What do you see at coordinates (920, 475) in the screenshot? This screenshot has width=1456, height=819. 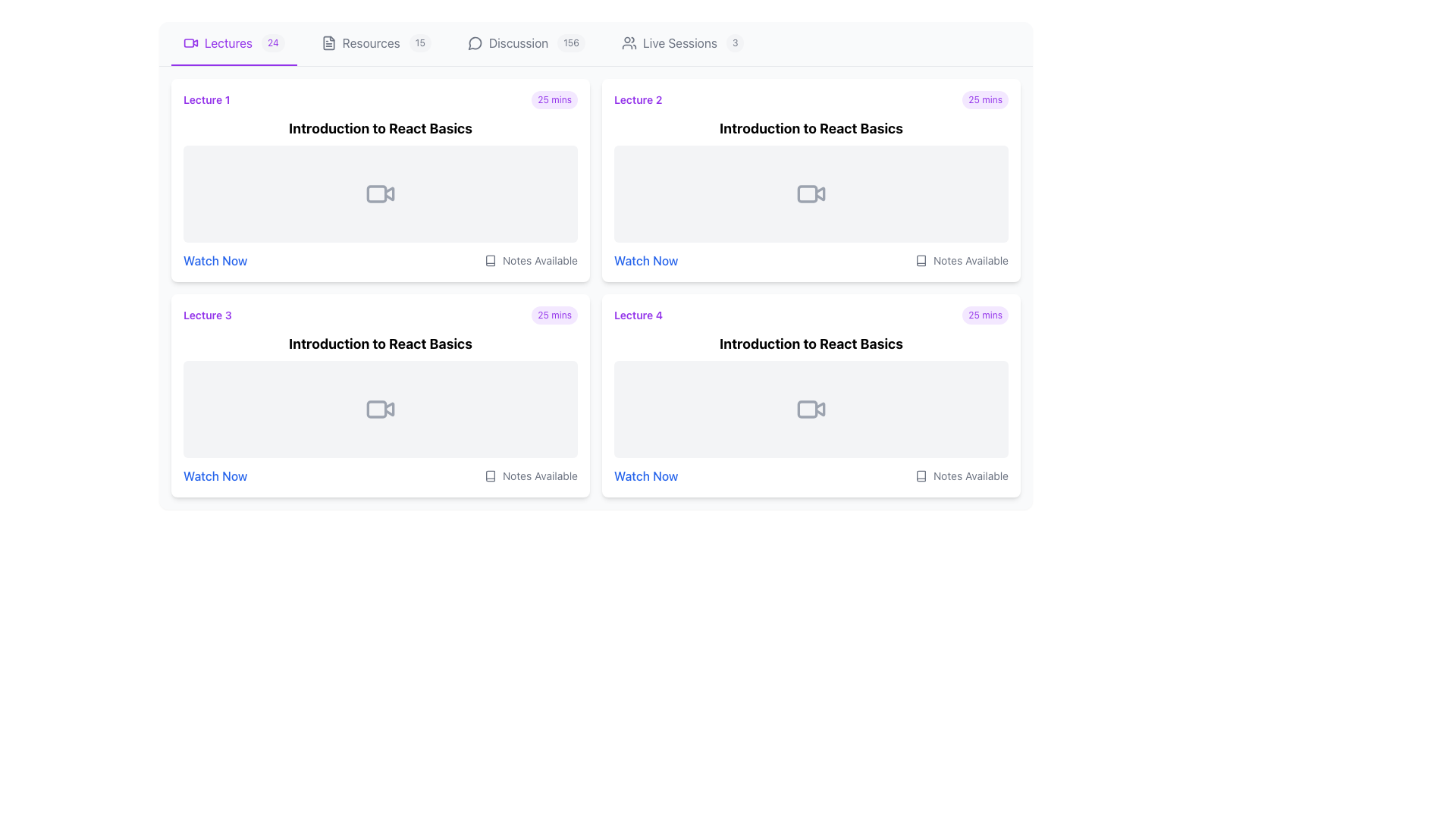 I see `the small SVG icon styled as a book with a gray outline located within the notification area displaying 'Notes Available', positioned at the bottom-right of the section labeled 'Lecture 4'` at bounding box center [920, 475].